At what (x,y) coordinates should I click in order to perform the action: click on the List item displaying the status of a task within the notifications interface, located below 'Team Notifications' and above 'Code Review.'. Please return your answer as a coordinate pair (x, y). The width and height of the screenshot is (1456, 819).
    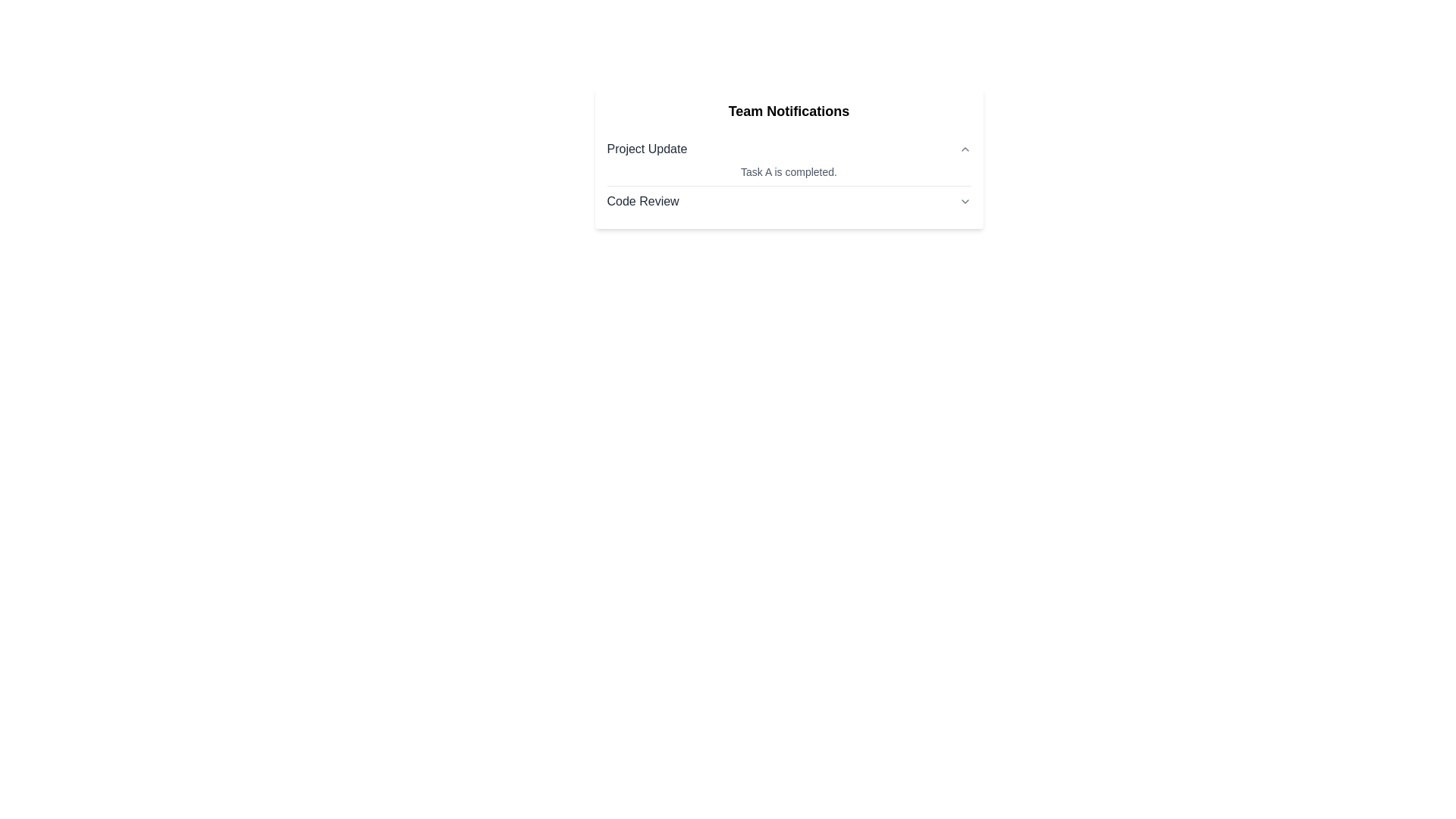
    Looking at the image, I should click on (789, 174).